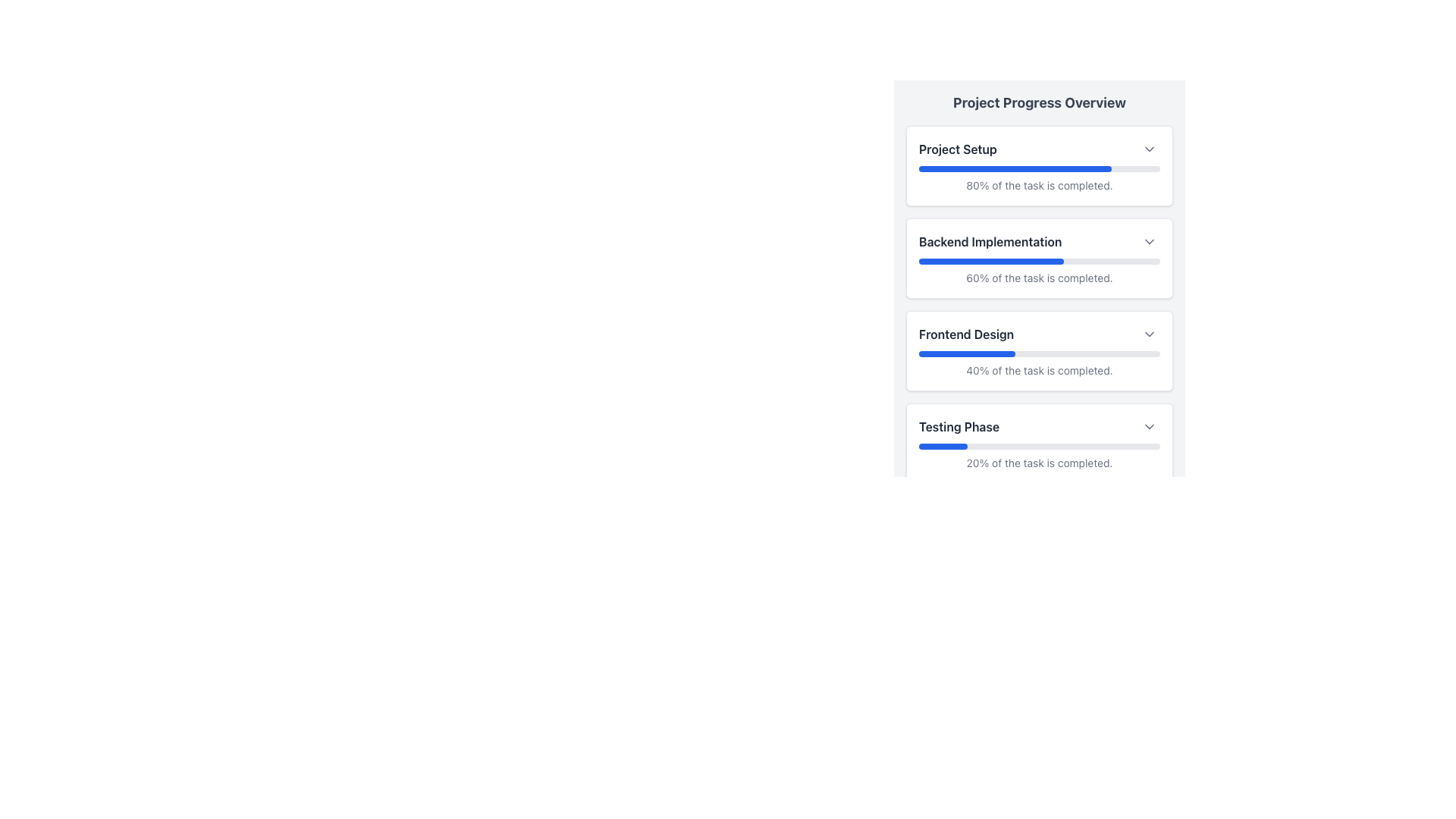 Image resolution: width=1456 pixels, height=819 pixels. I want to click on the text snippet displaying '80% of the task is completed.' which is located below the blue progress bar in the 'Project Setup' section, so click(1039, 185).